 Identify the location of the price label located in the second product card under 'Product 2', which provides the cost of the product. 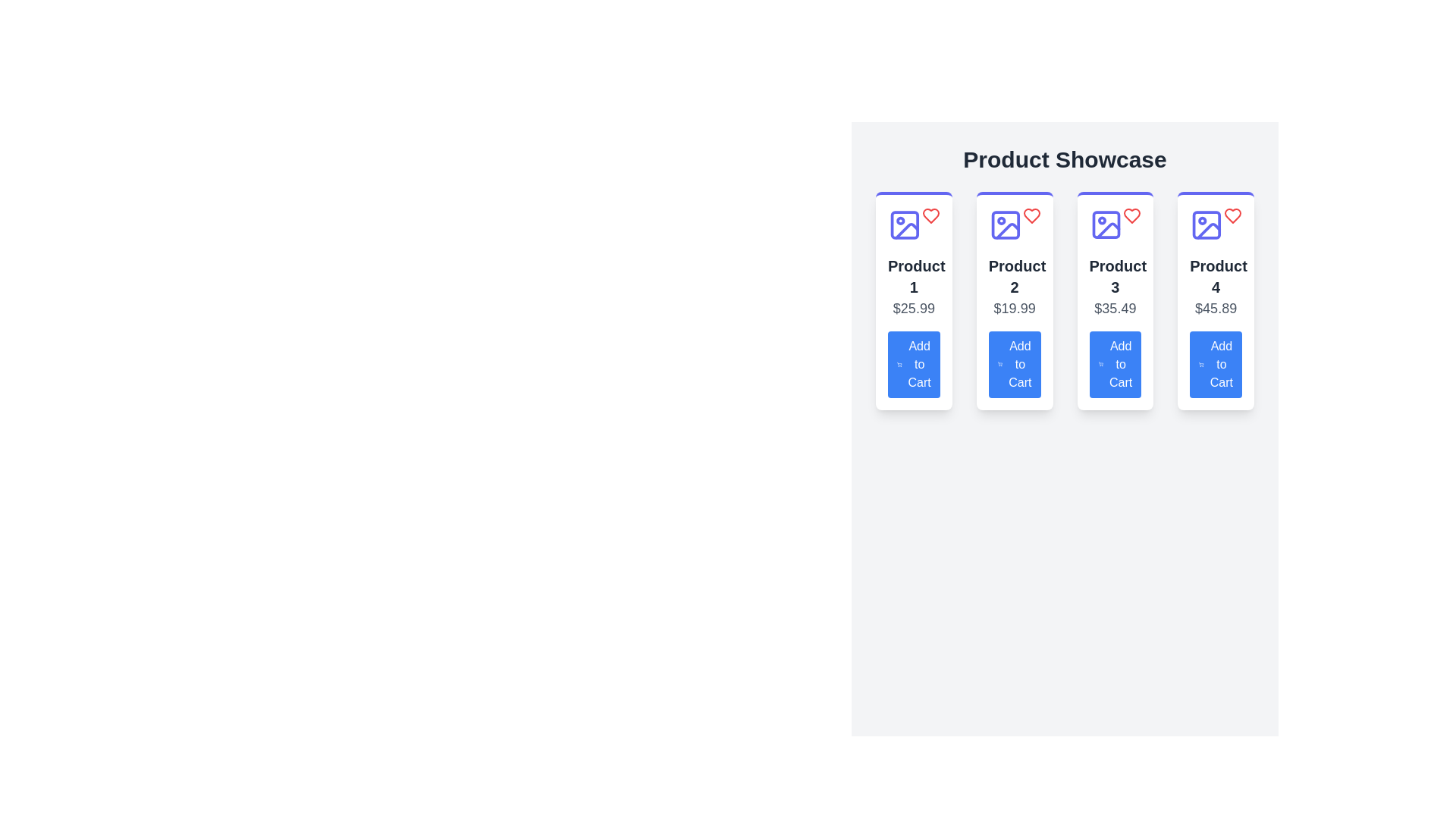
(1015, 308).